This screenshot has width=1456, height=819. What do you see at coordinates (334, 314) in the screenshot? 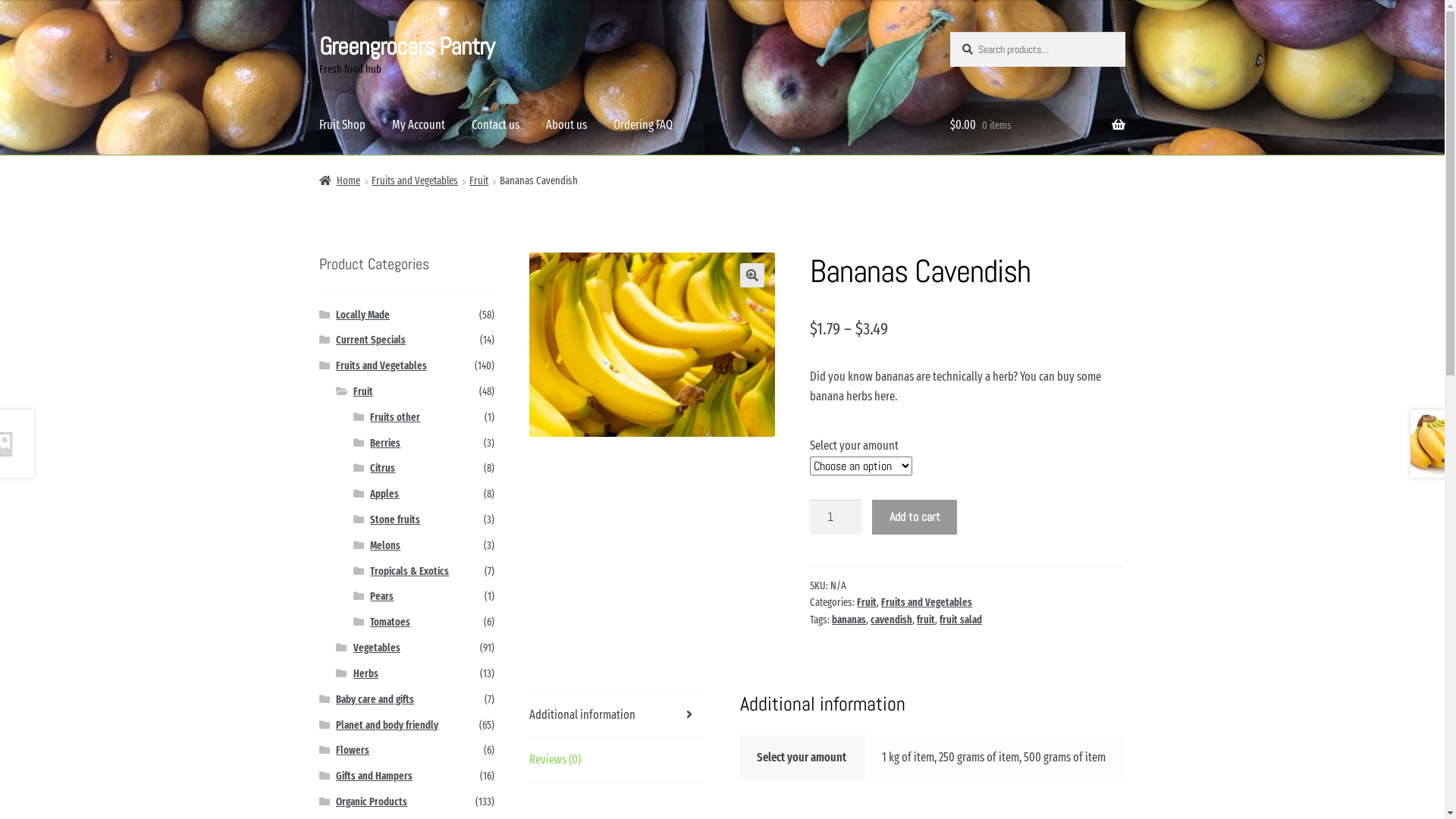
I see `'Locally Made'` at bounding box center [334, 314].